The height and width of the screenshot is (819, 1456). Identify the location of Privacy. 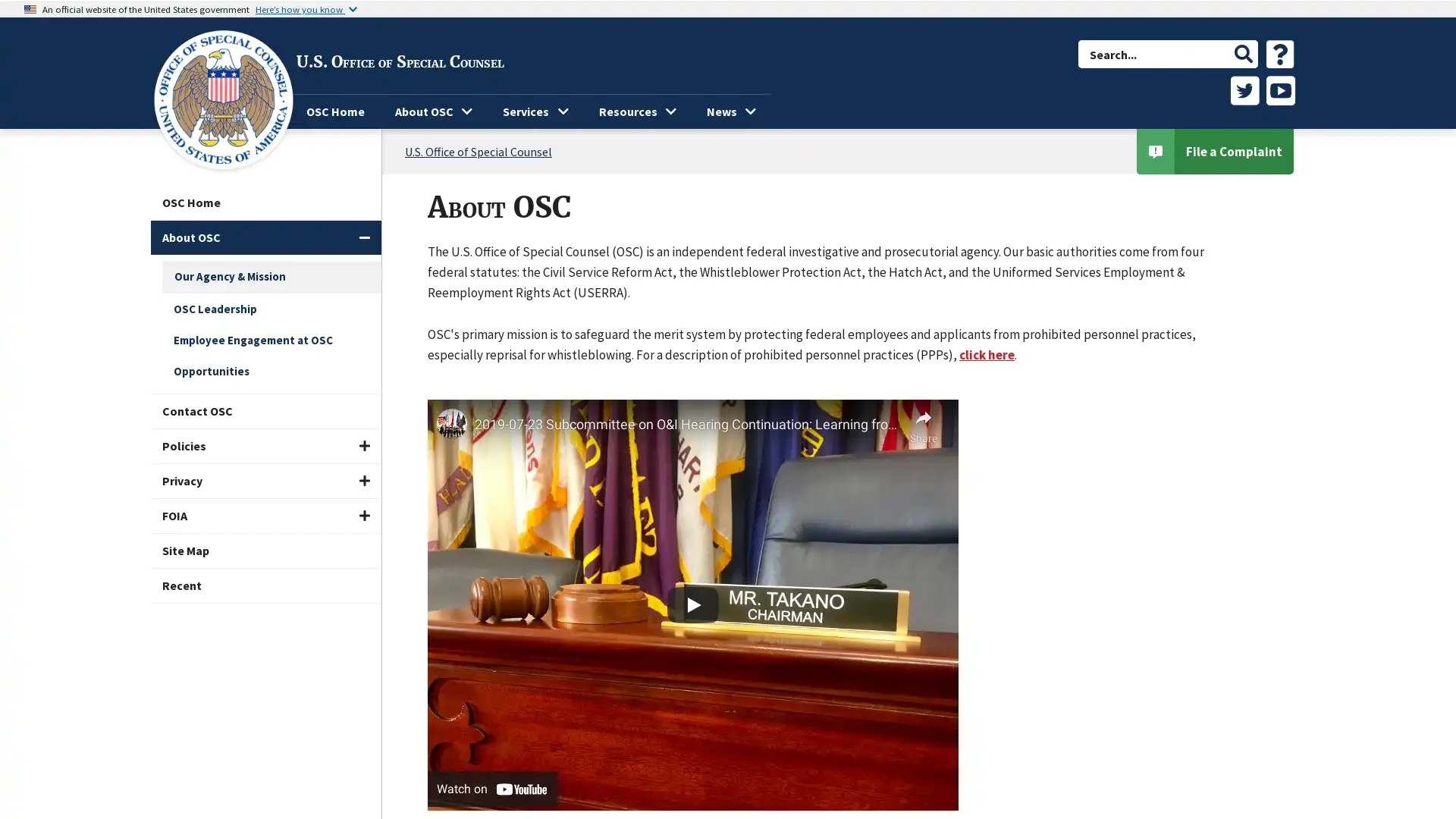
(265, 481).